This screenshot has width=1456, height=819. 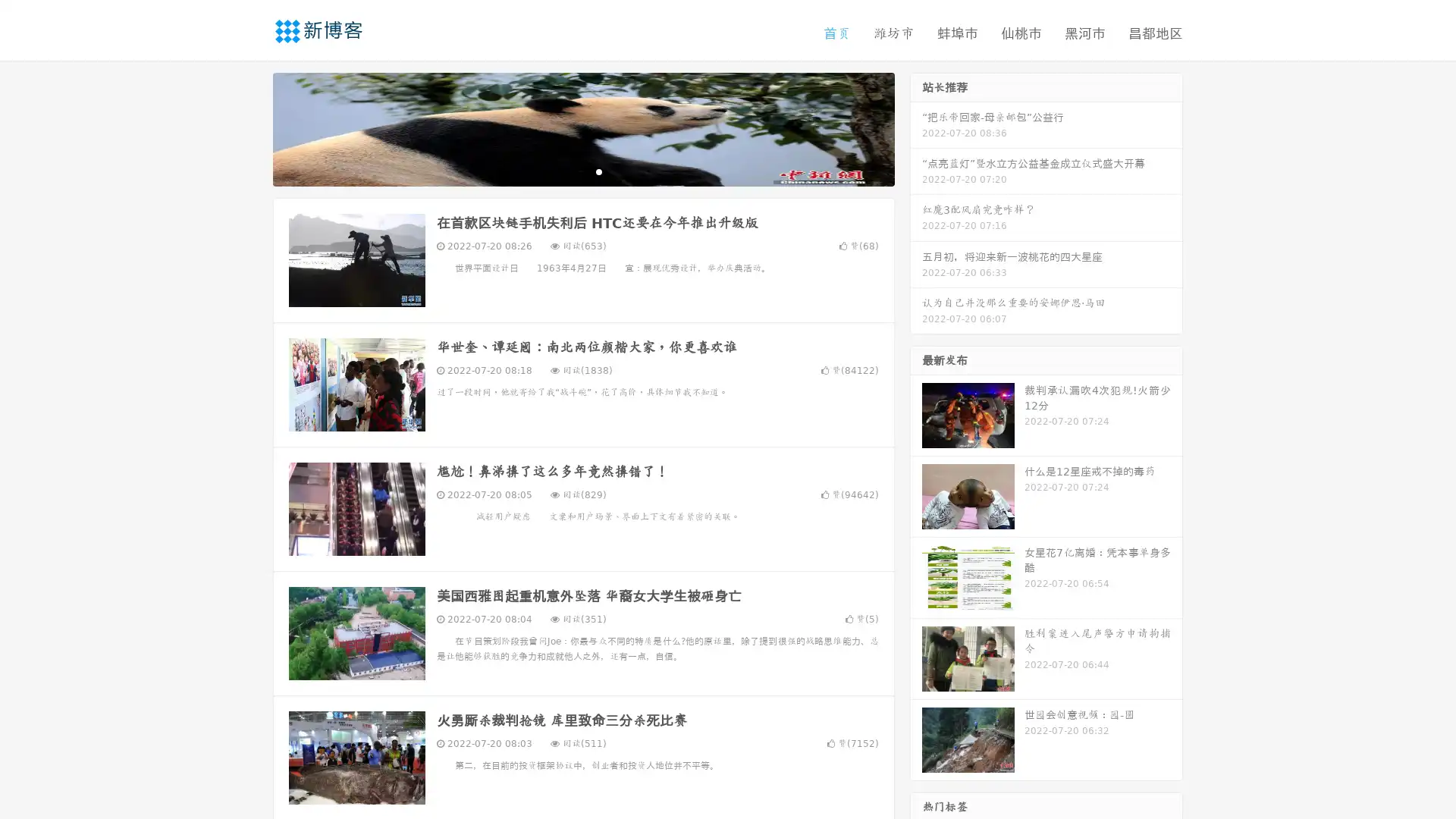 I want to click on Go to slide 1, so click(x=567, y=171).